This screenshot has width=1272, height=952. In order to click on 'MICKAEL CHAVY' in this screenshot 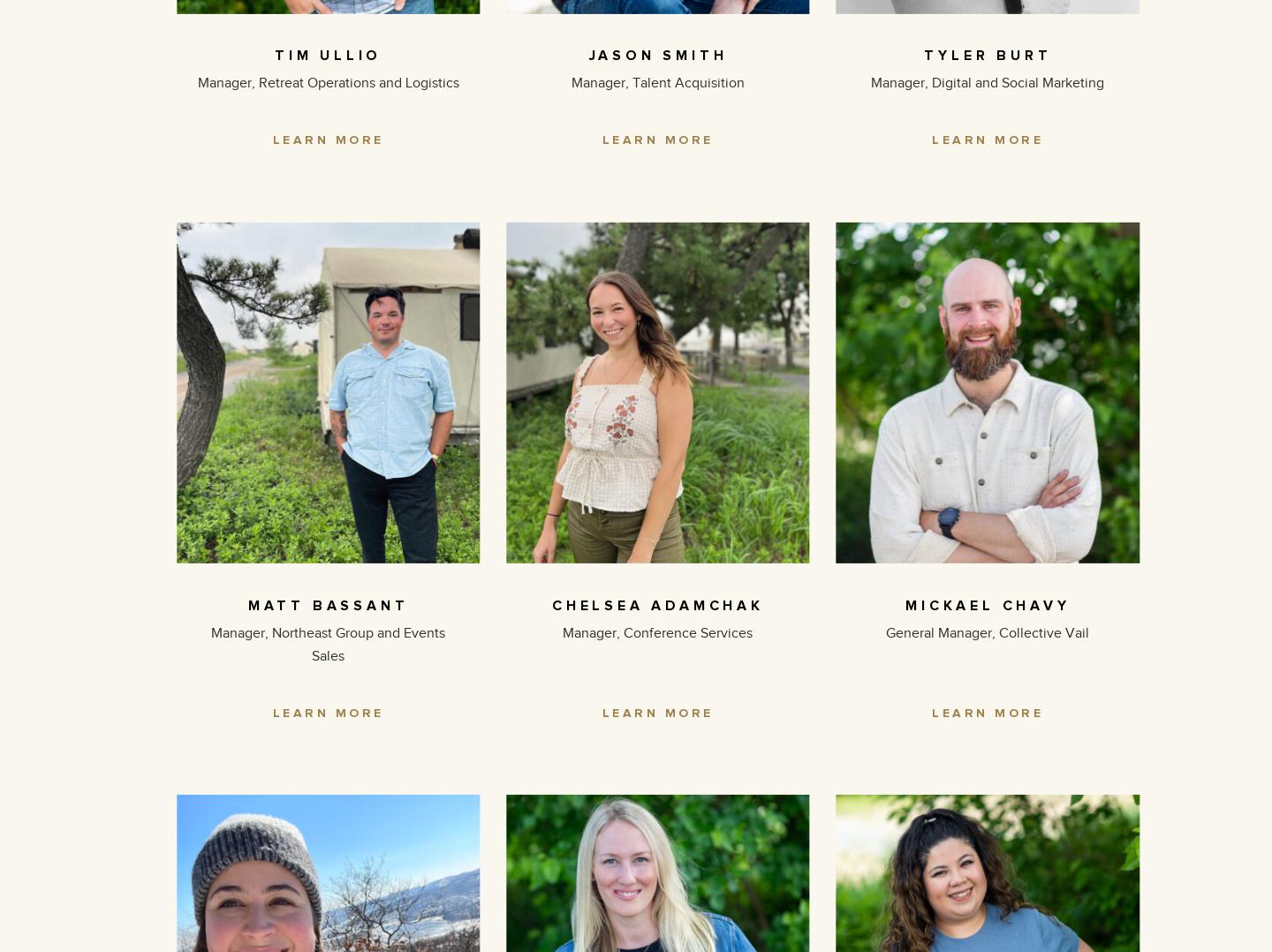, I will do `click(987, 604)`.